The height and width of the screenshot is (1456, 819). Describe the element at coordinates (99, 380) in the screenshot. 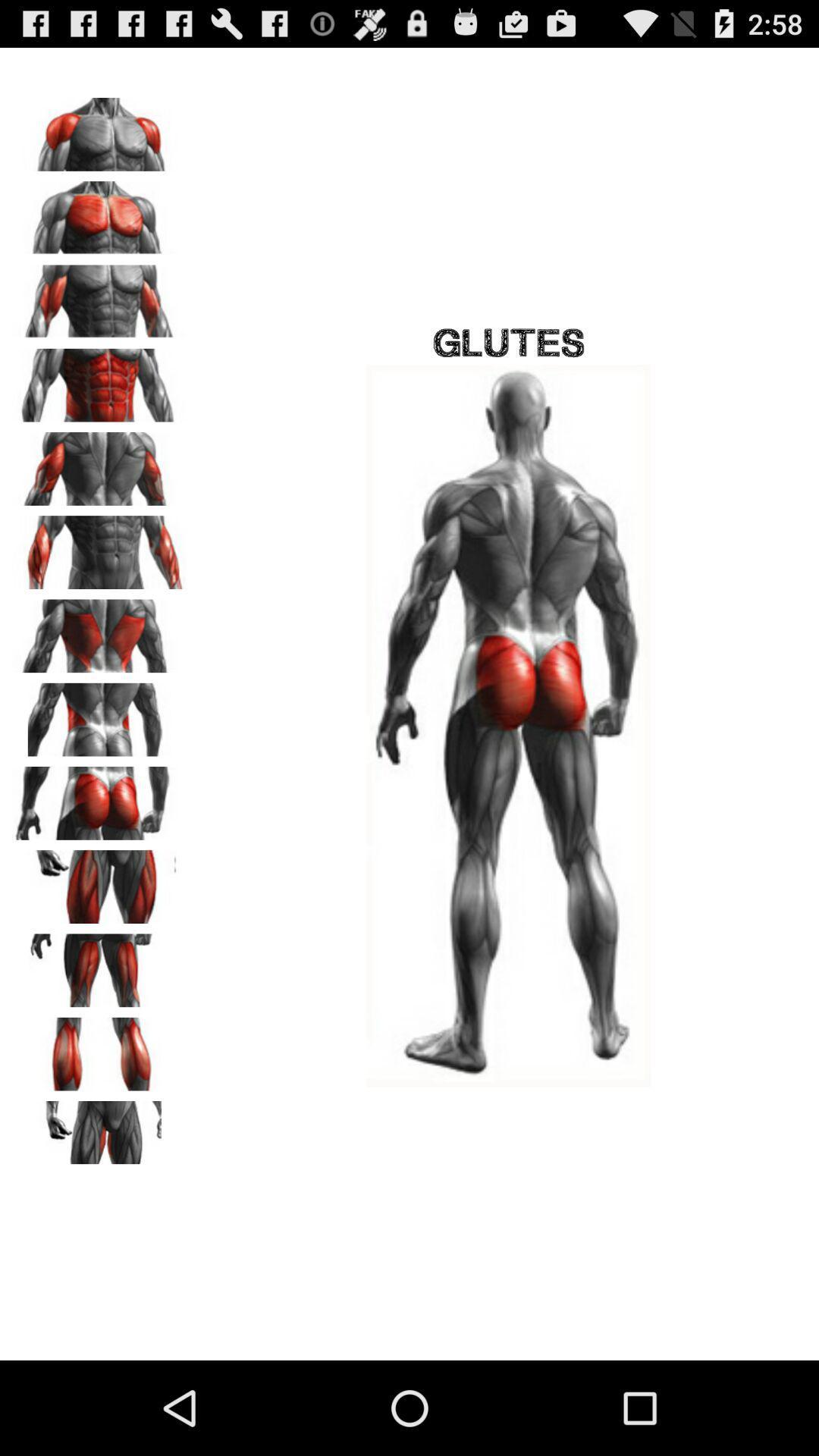

I see `abs view` at that location.